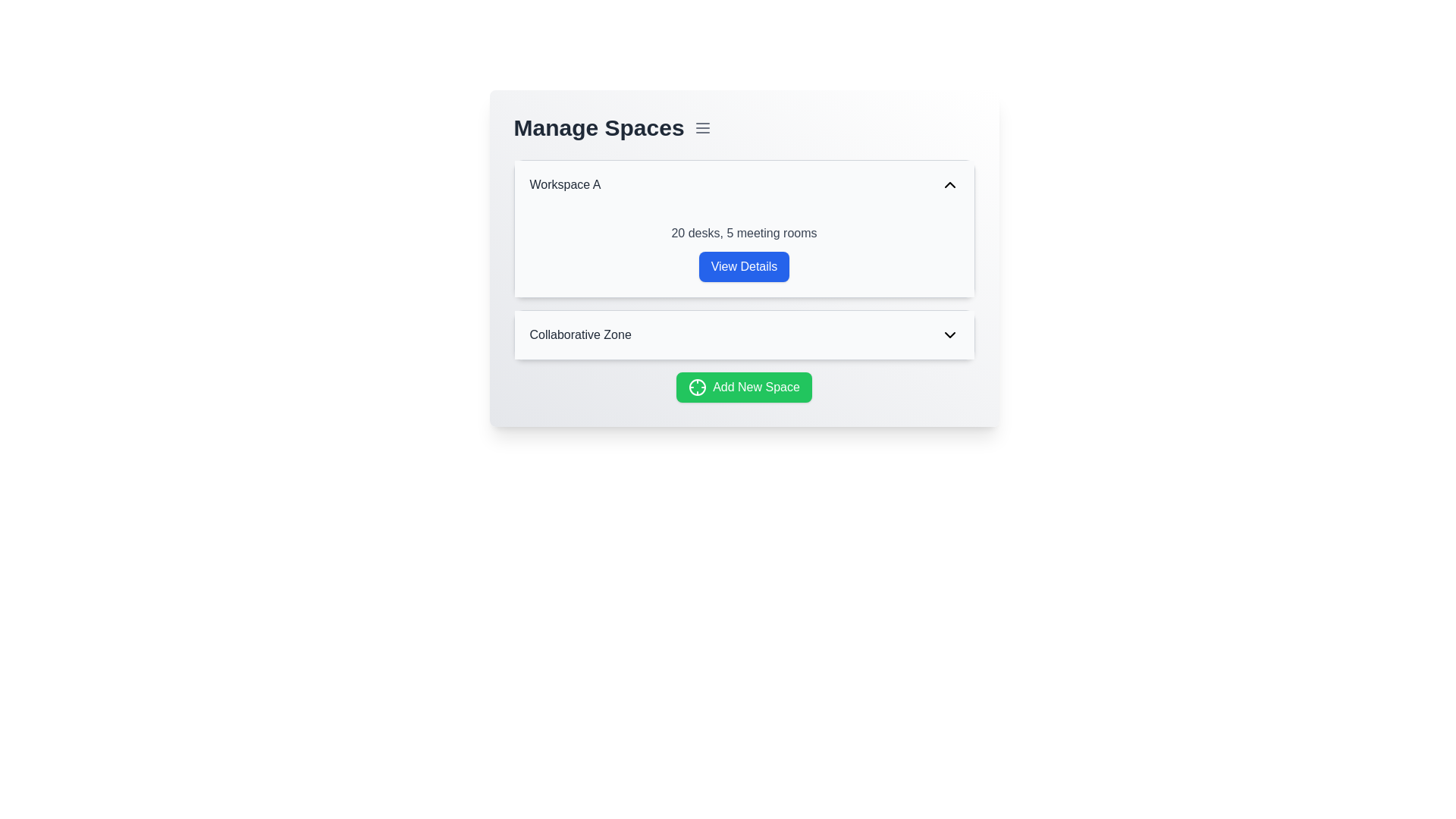  I want to click on the 'Add New Space' button, which is styled with a rounded rectangular green background and white text, located at the bottom of the 'Manage Spaces' card, so click(744, 386).